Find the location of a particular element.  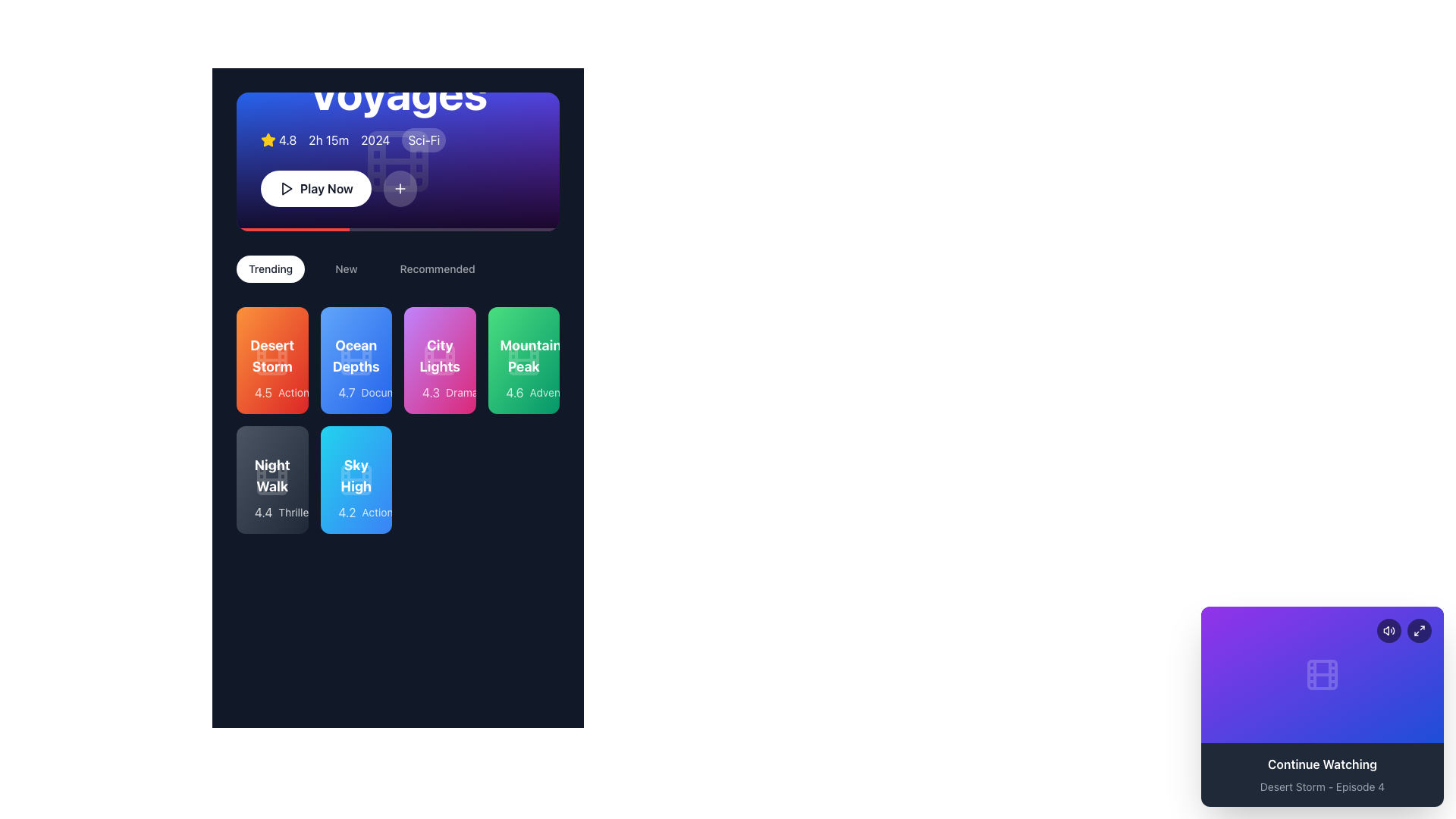

the 'Desert Storm' media card, which has a vibrant orange gradient background and displays the text 'Desert Storm' in bold white lettering is located at coordinates (272, 369).